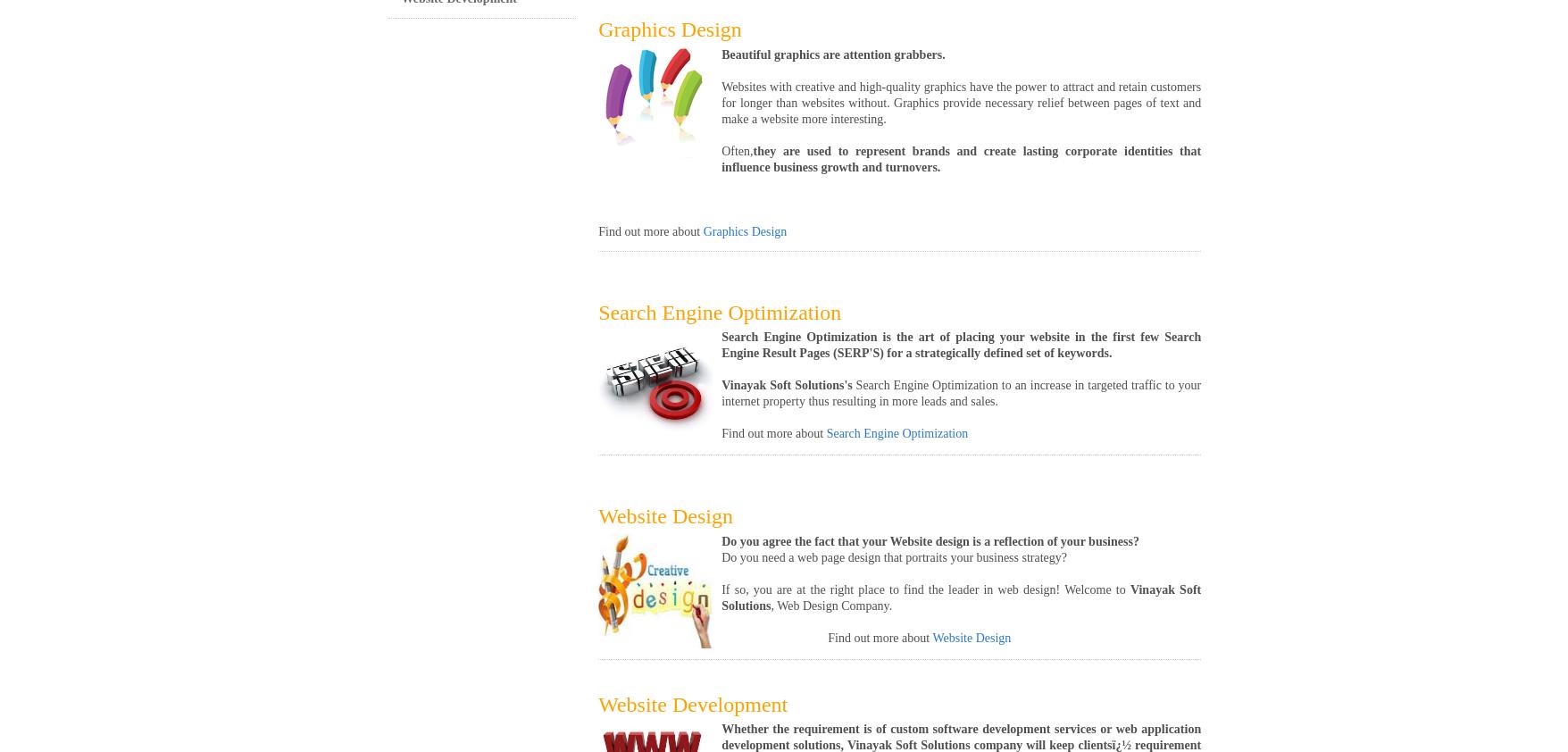 The width and height of the screenshot is (1568, 752). Describe the element at coordinates (788, 384) in the screenshot. I see `'Vinayak Soft Solutions's'` at that location.